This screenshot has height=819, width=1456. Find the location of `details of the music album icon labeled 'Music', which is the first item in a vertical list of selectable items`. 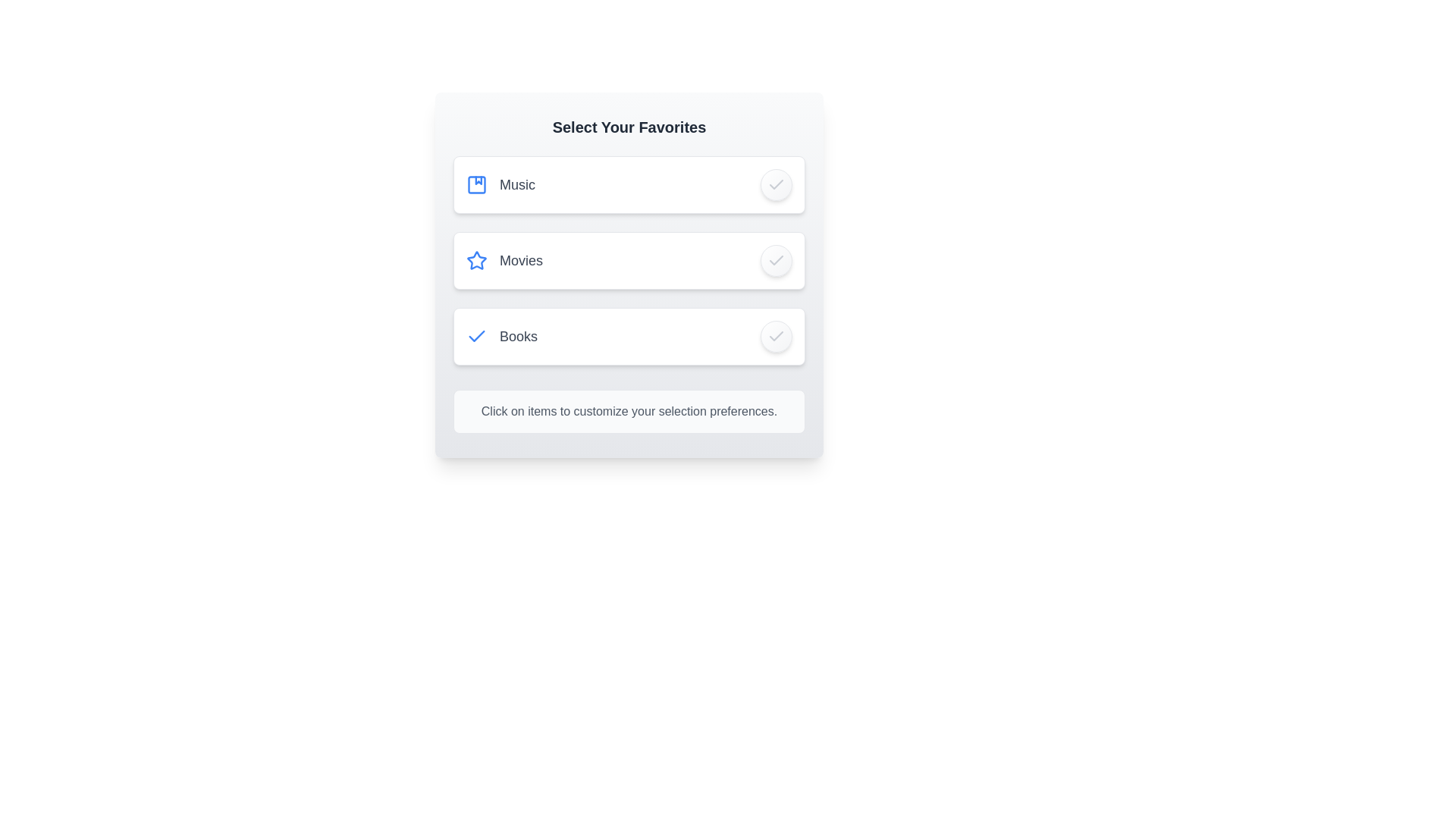

details of the music album icon labeled 'Music', which is the first item in a vertical list of selectable items is located at coordinates (500, 184).